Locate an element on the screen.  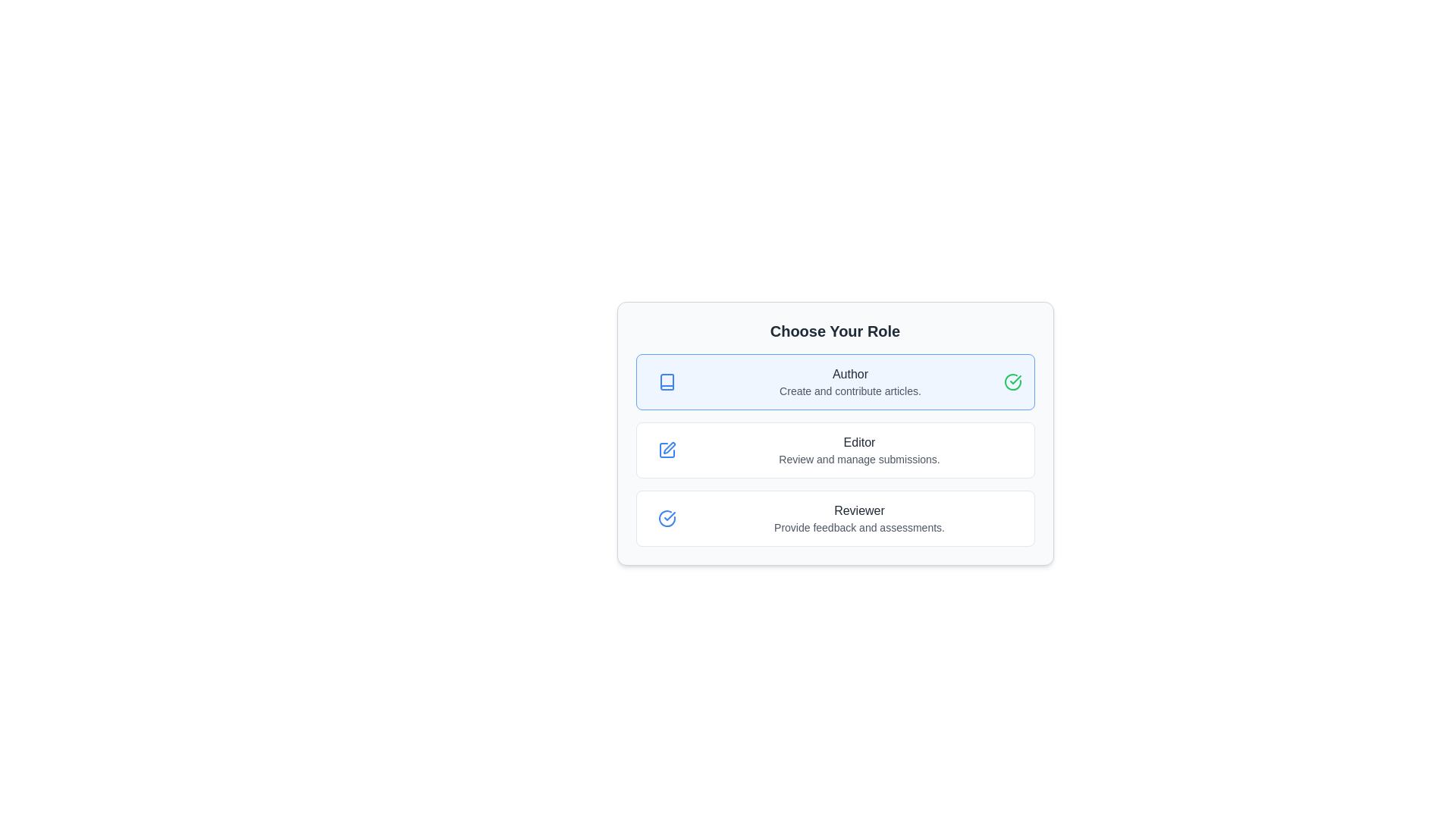
the small book-like icon with a blue outline design associated with the 'Author' option in the 'Choose Your Role' selection menu is located at coordinates (667, 381).